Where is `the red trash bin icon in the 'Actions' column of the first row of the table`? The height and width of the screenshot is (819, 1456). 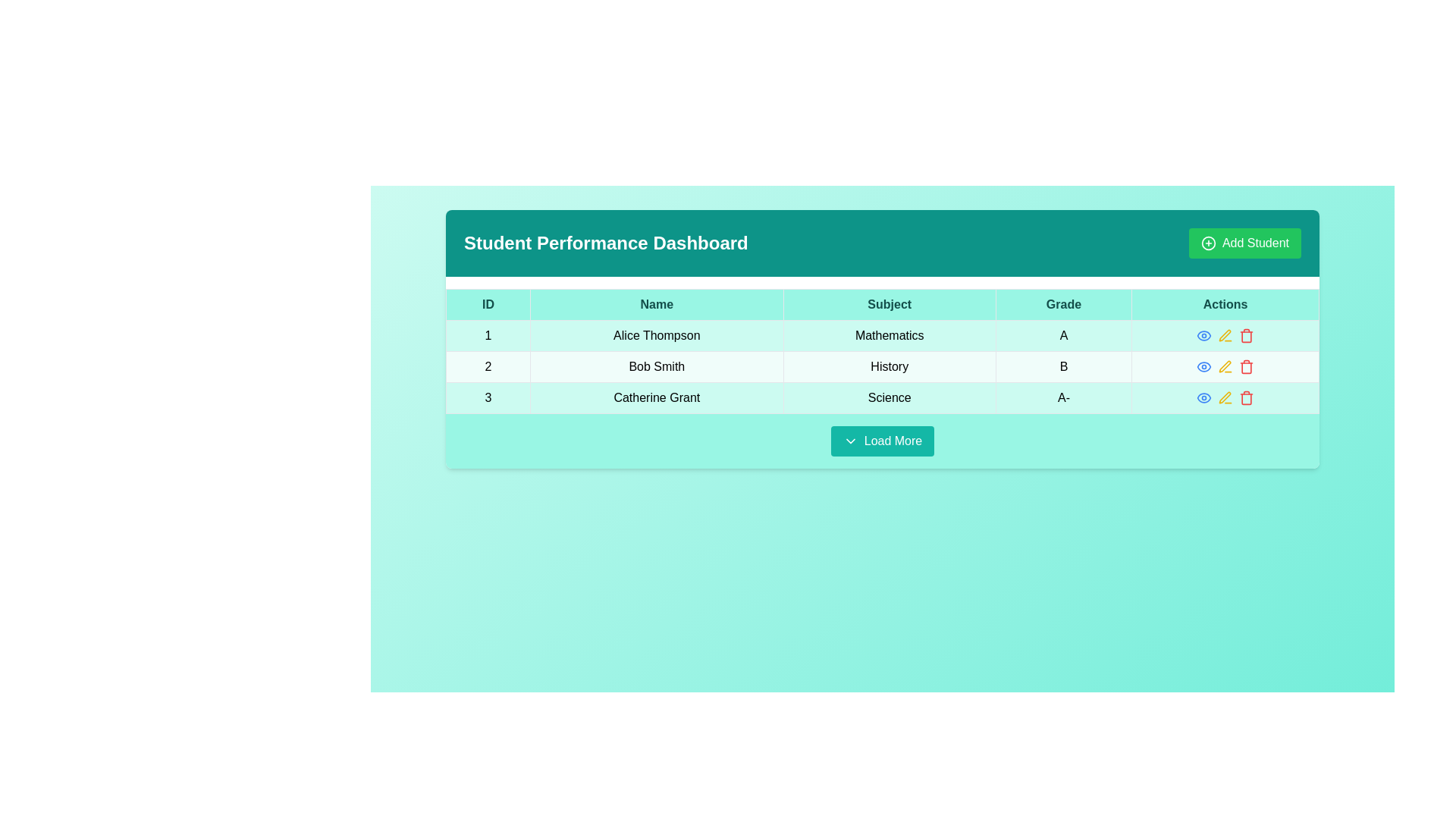
the red trash bin icon in the 'Actions' column of the first row of the table is located at coordinates (1247, 335).